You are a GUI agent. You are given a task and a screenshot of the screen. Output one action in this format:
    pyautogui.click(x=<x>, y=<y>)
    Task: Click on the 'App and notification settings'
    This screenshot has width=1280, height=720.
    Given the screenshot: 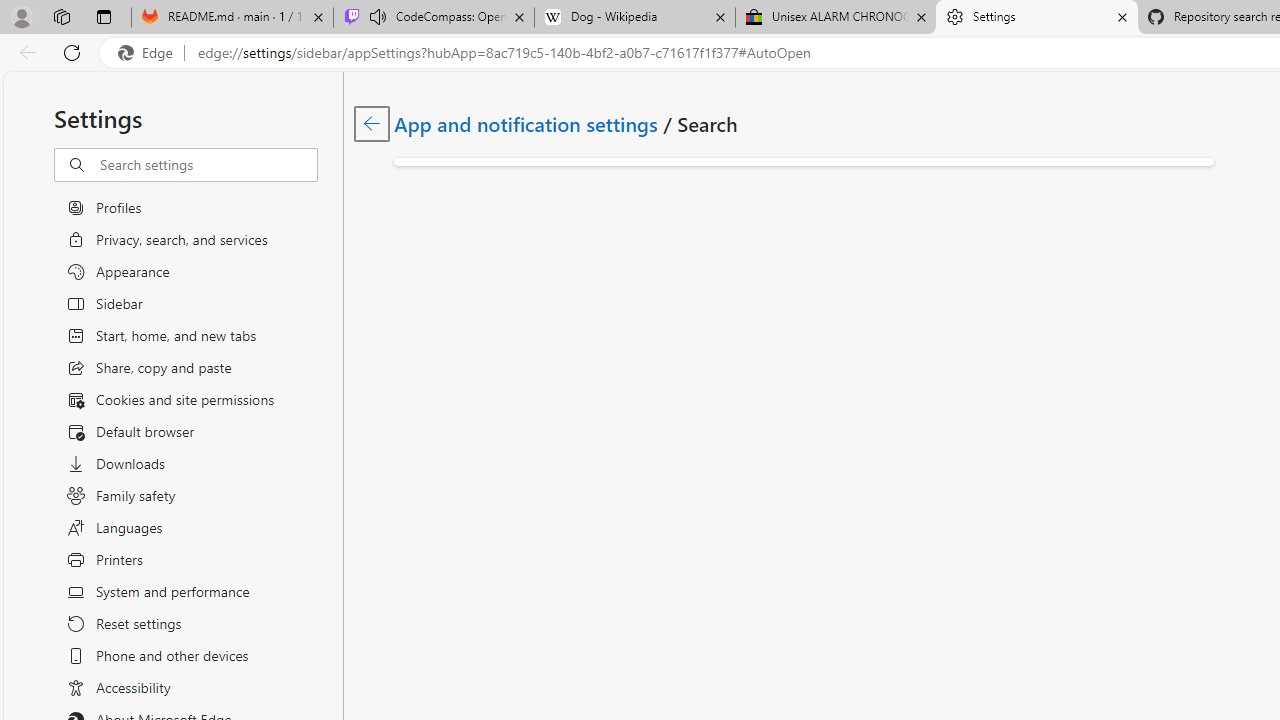 What is the action you would take?
    pyautogui.click(x=527, y=123)
    